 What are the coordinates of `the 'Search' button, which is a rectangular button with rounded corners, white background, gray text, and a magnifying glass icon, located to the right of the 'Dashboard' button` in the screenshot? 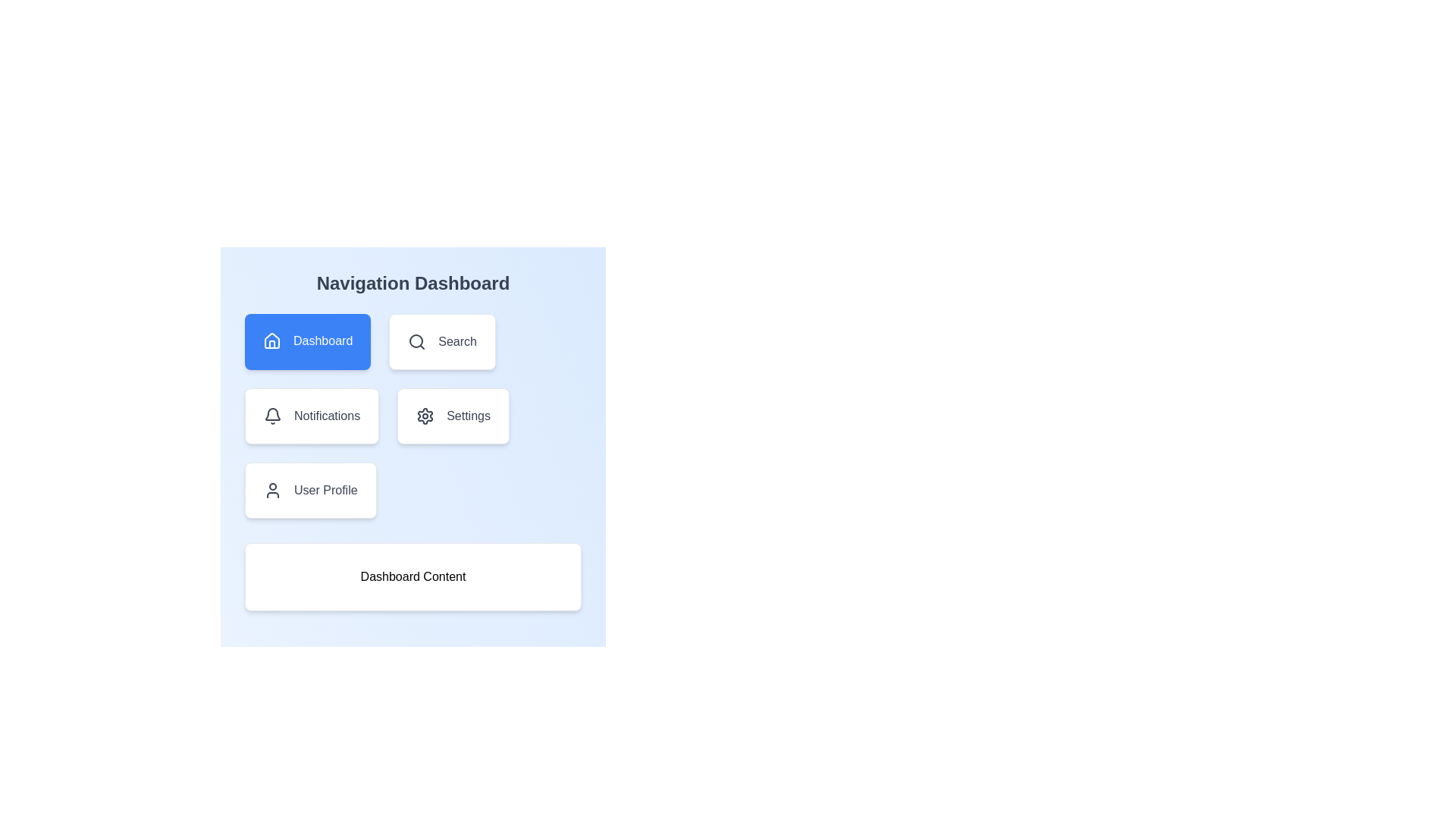 It's located at (441, 342).